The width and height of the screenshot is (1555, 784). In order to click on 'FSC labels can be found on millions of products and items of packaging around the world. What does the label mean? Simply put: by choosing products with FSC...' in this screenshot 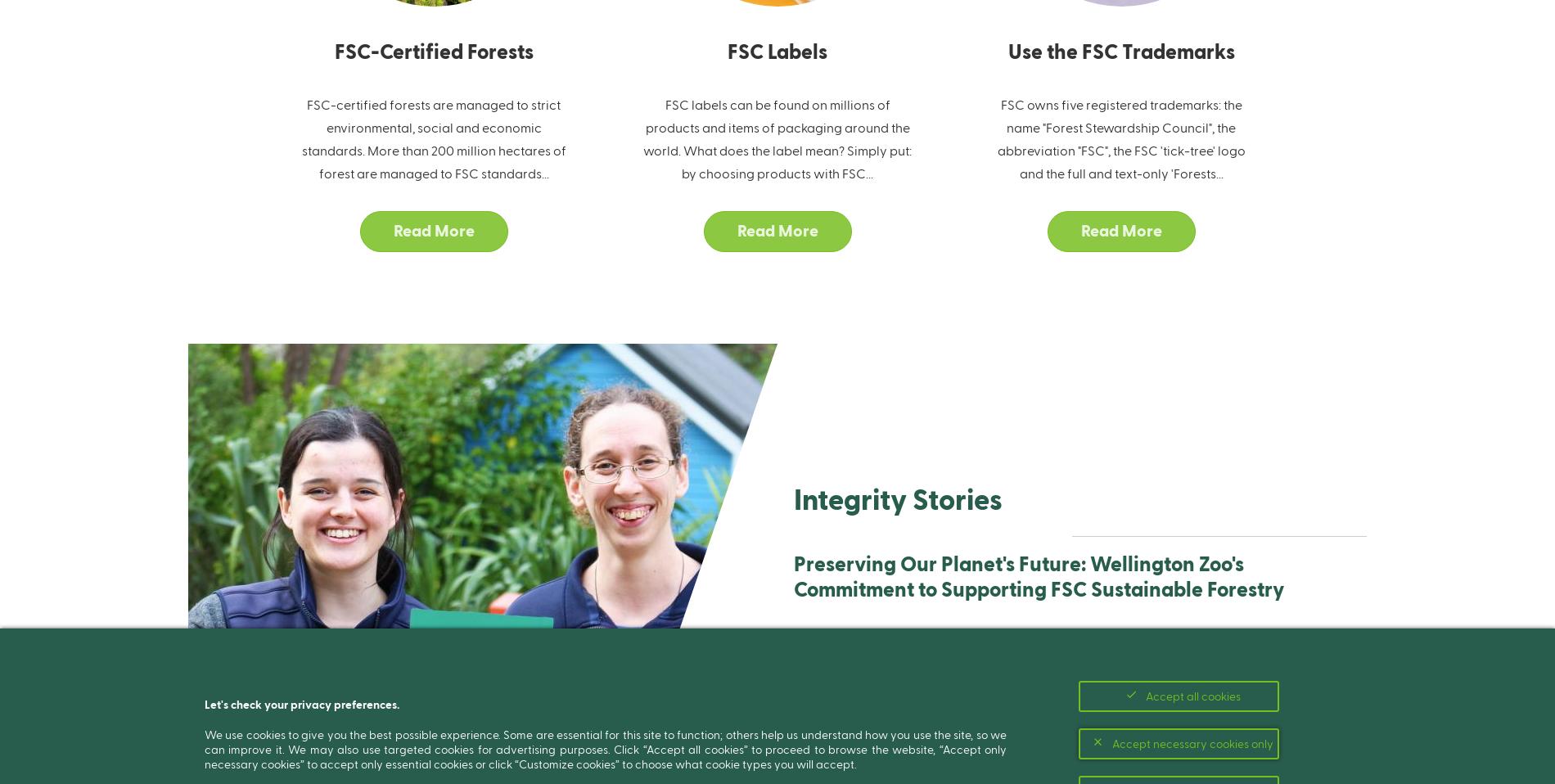, I will do `click(777, 138)`.